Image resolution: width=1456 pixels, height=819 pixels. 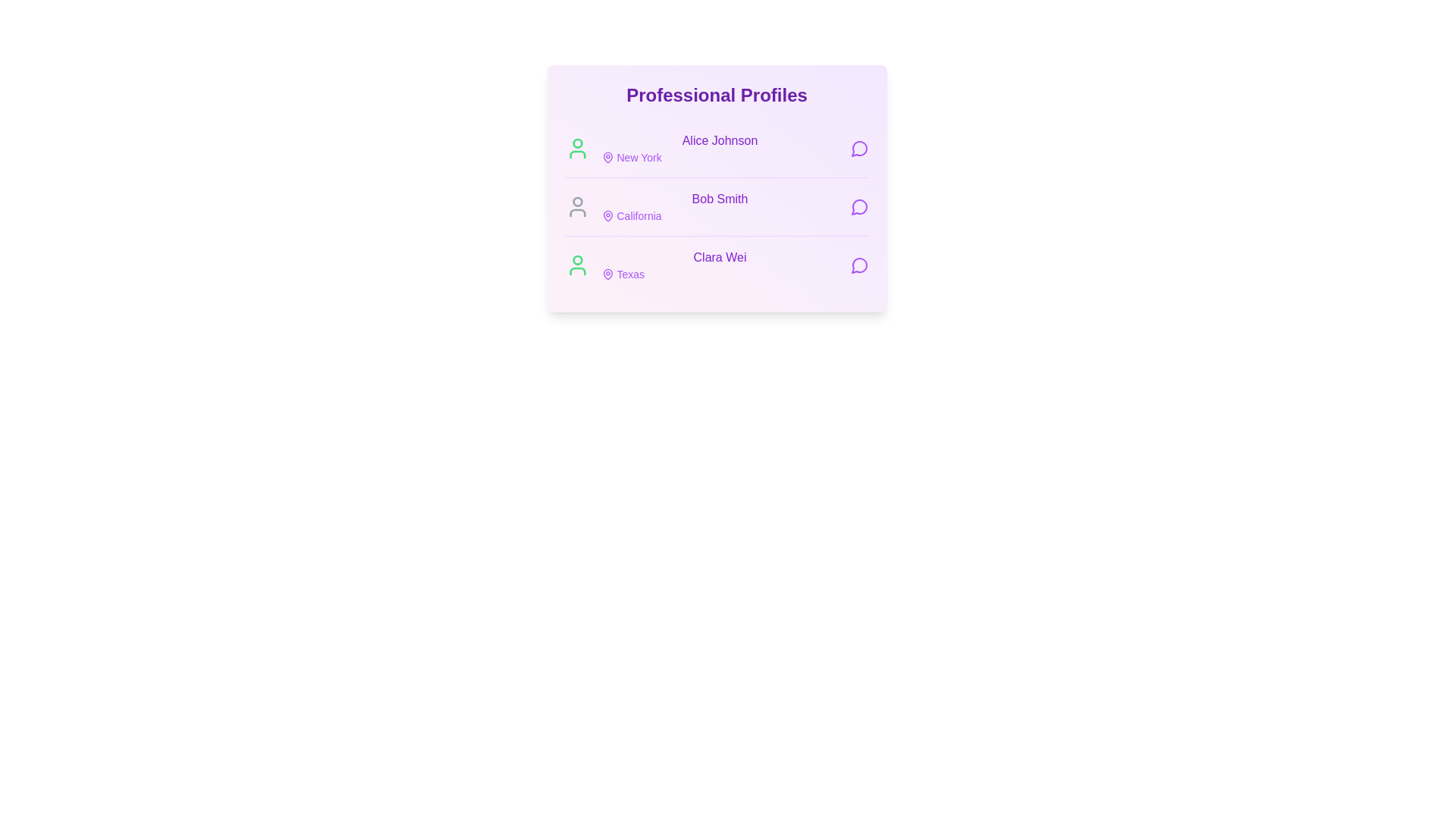 What do you see at coordinates (576, 207) in the screenshot?
I see `the user icon corresponding to Bob Smith to indicate their online status` at bounding box center [576, 207].